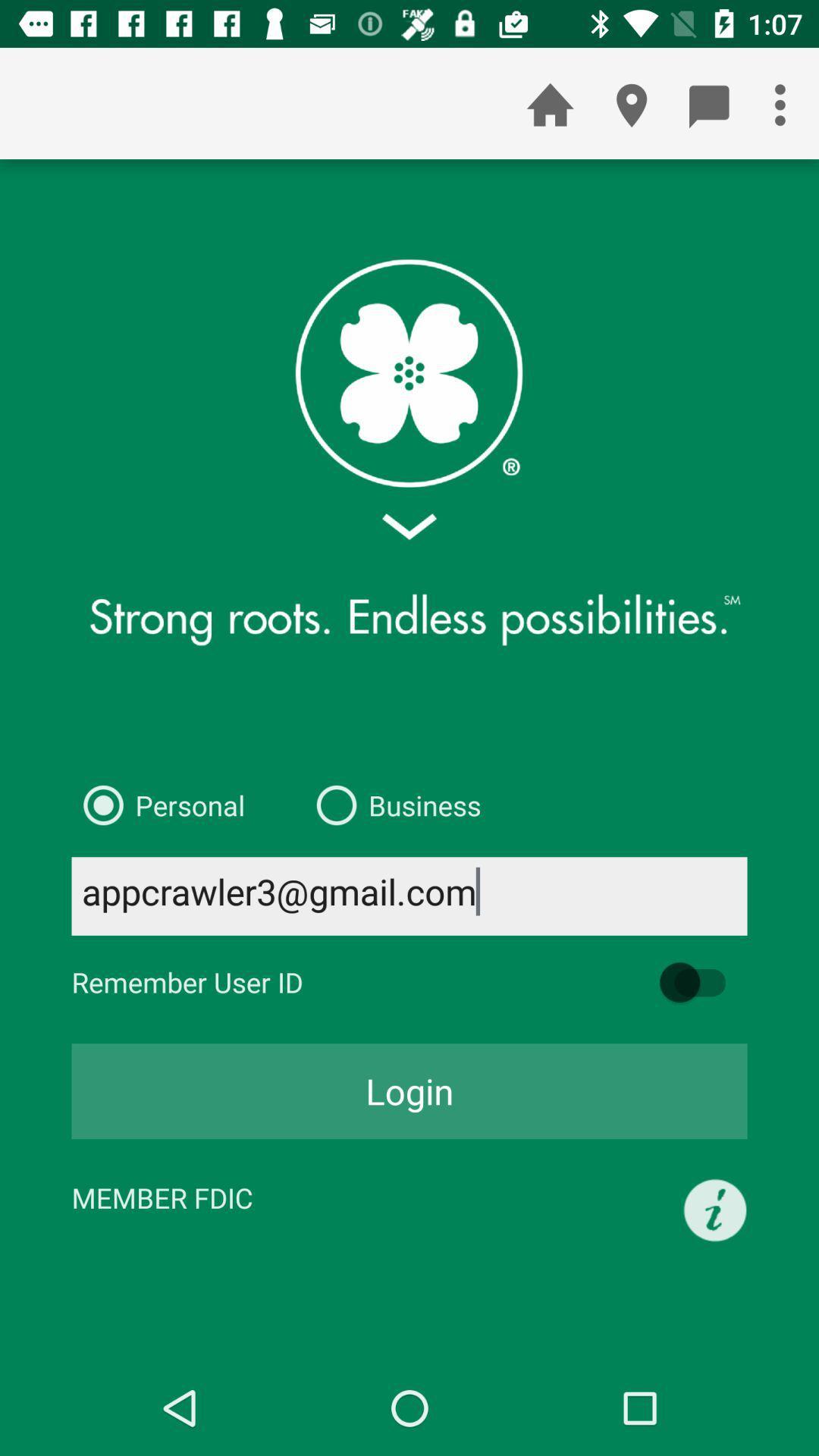 The height and width of the screenshot is (1456, 819). I want to click on the item below personal item, so click(409, 896).